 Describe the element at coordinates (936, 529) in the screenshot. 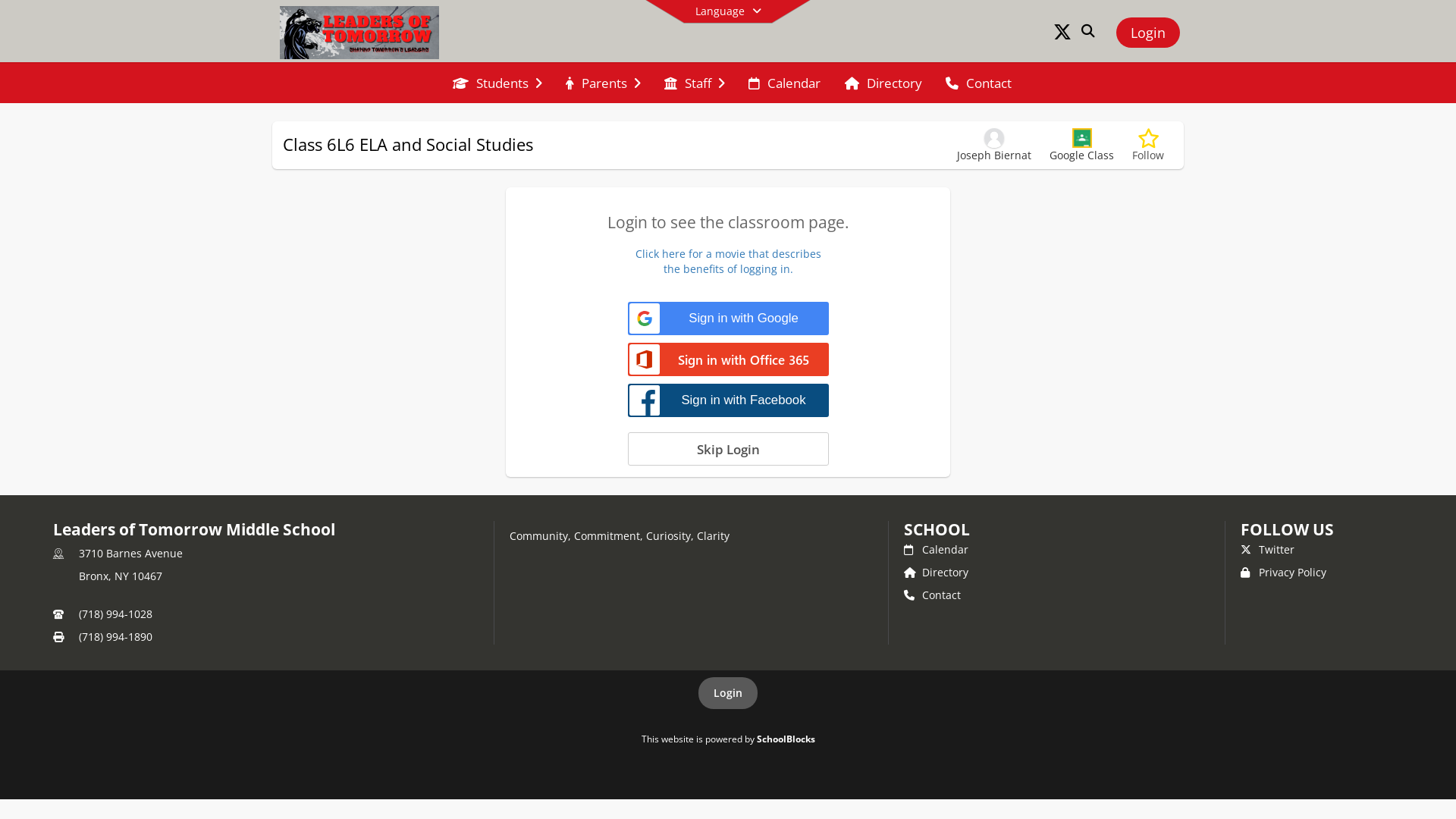

I see `'SCHOOL'` at that location.